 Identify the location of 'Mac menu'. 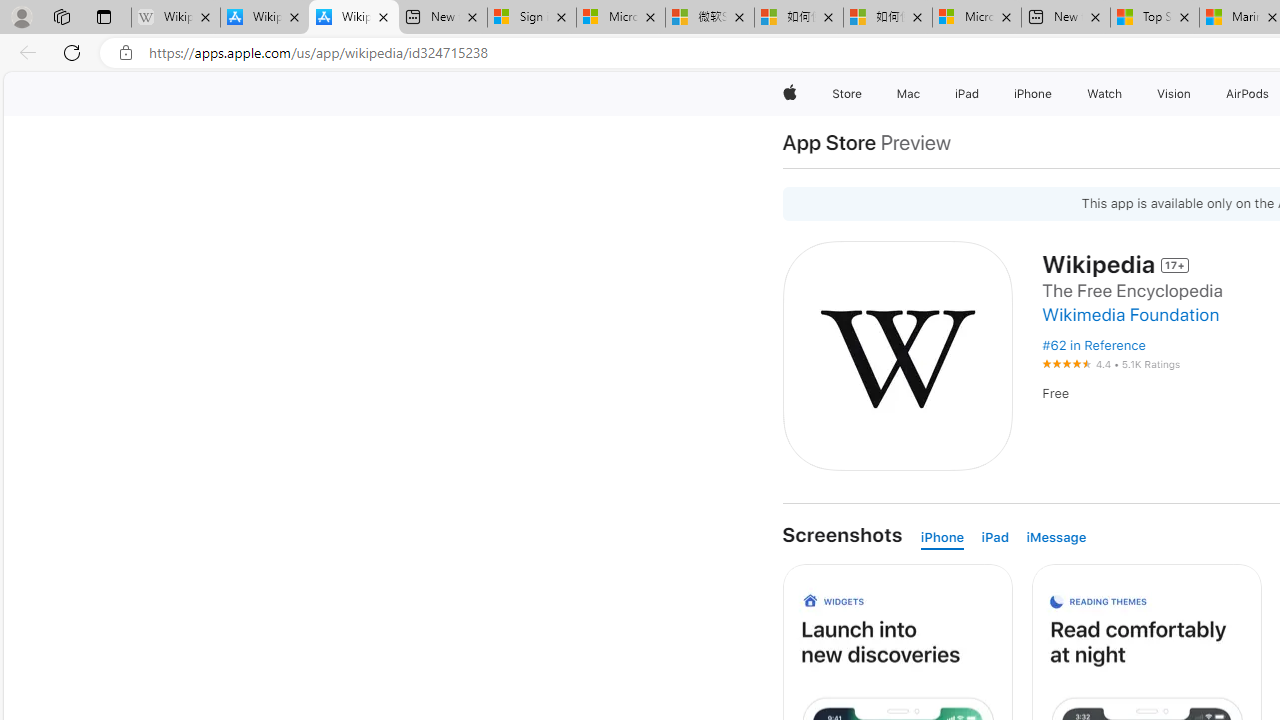
(921, 93).